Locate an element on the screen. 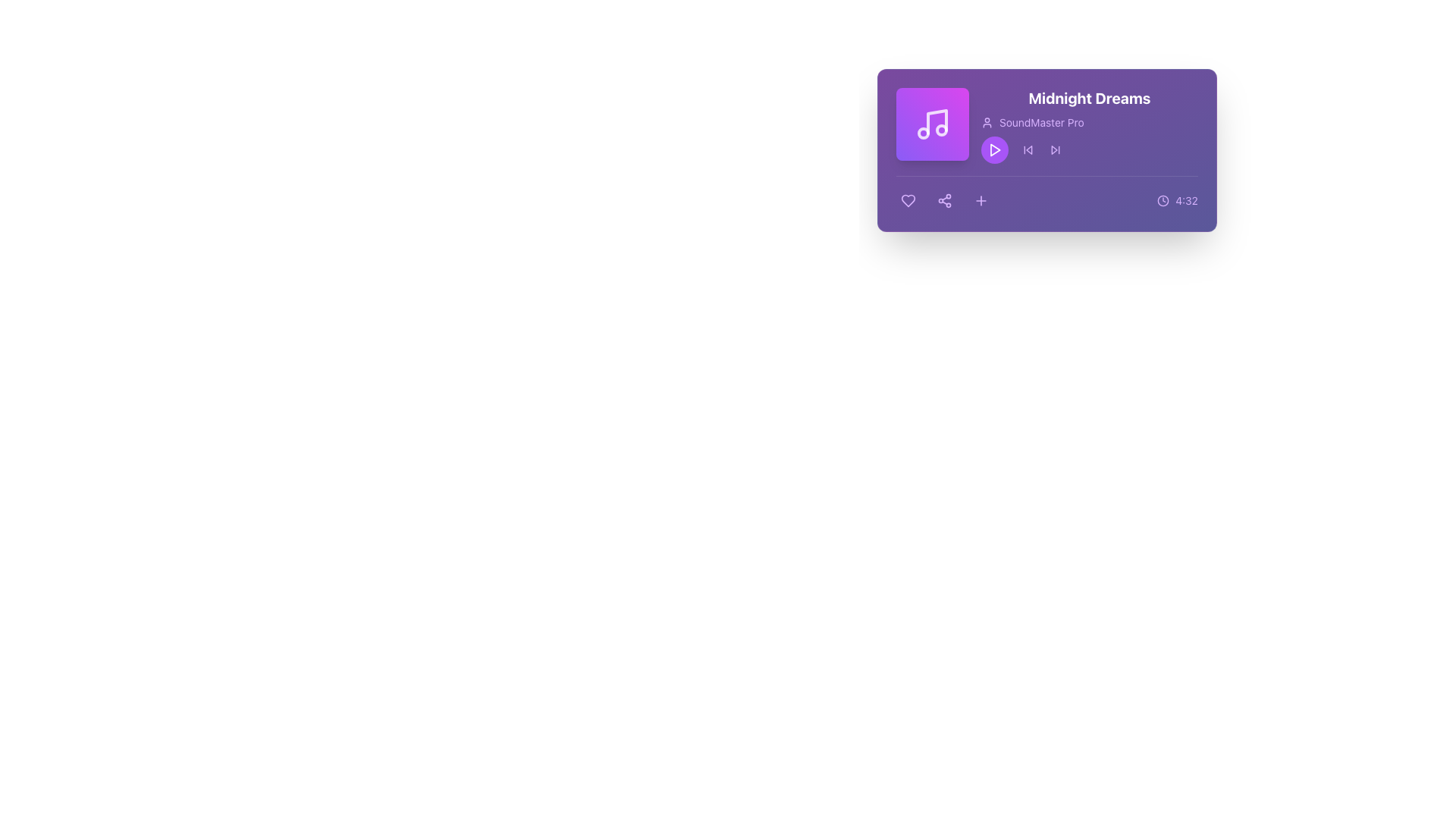 The width and height of the screenshot is (1456, 819). the heart-shaped icon button outlined in purple, located in the bottom-left section of the music information card, to like is located at coordinates (908, 200).